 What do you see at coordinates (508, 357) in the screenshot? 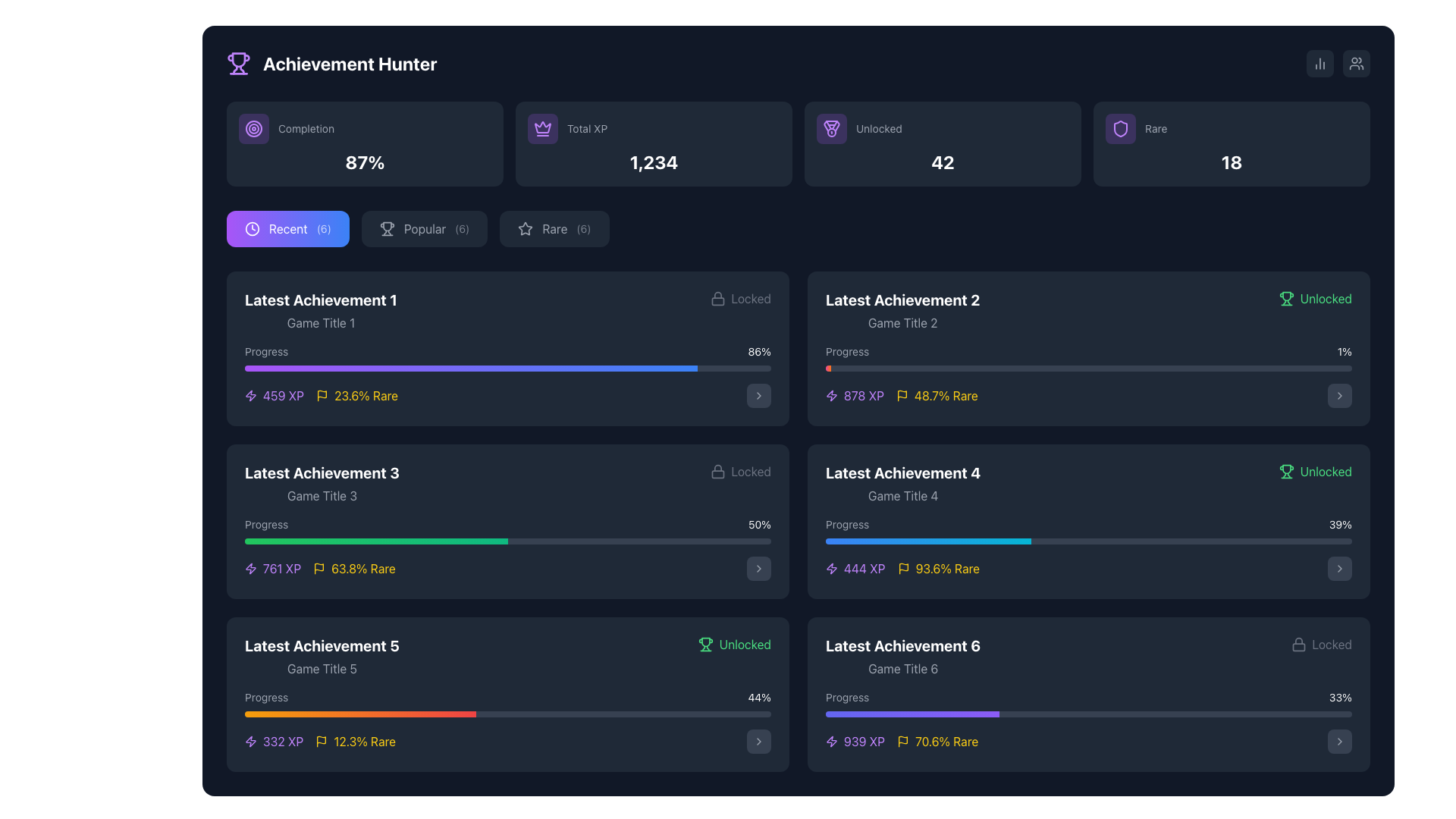
I see `the percentage text '86%' displayed at the right end of the progress bar within the 'Latest Achievement 1' card` at bounding box center [508, 357].